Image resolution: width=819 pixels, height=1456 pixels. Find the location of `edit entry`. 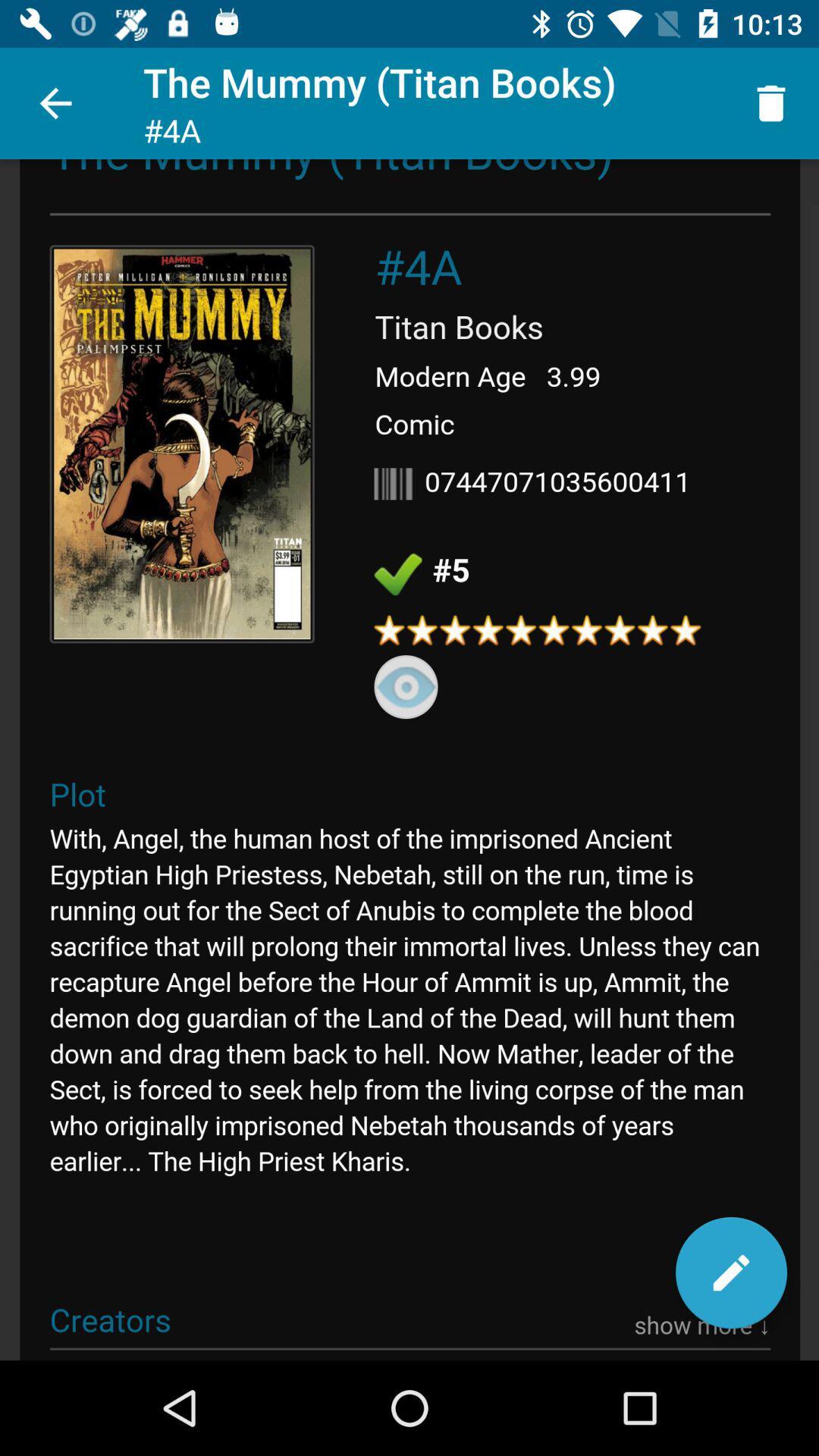

edit entry is located at coordinates (730, 1272).